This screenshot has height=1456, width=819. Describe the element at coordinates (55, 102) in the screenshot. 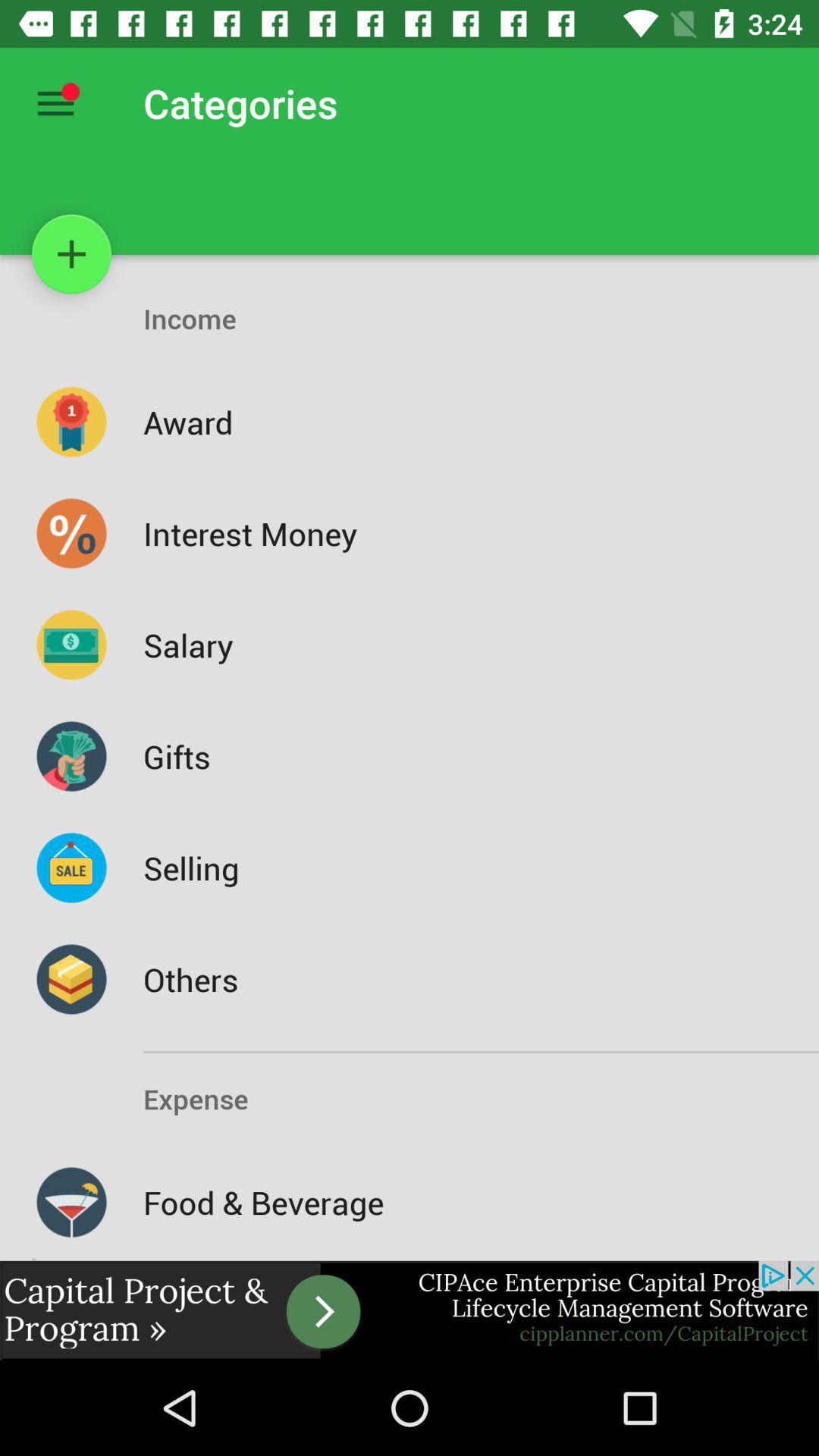

I see `all options` at that location.